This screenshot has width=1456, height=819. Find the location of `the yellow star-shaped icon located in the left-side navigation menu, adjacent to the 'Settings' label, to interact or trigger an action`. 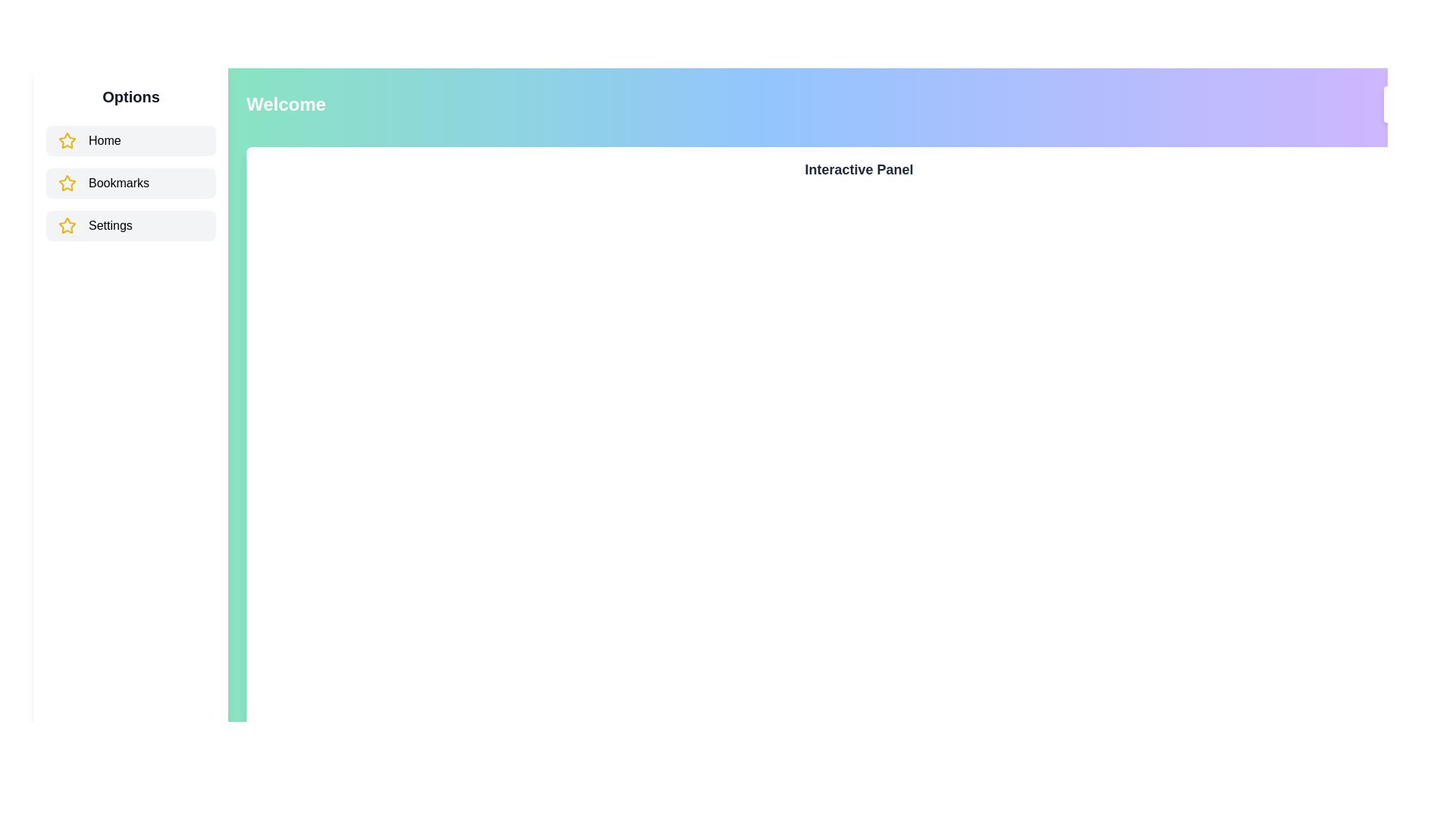

the yellow star-shaped icon located in the left-side navigation menu, adjacent to the 'Settings' label, to interact or trigger an action is located at coordinates (67, 182).